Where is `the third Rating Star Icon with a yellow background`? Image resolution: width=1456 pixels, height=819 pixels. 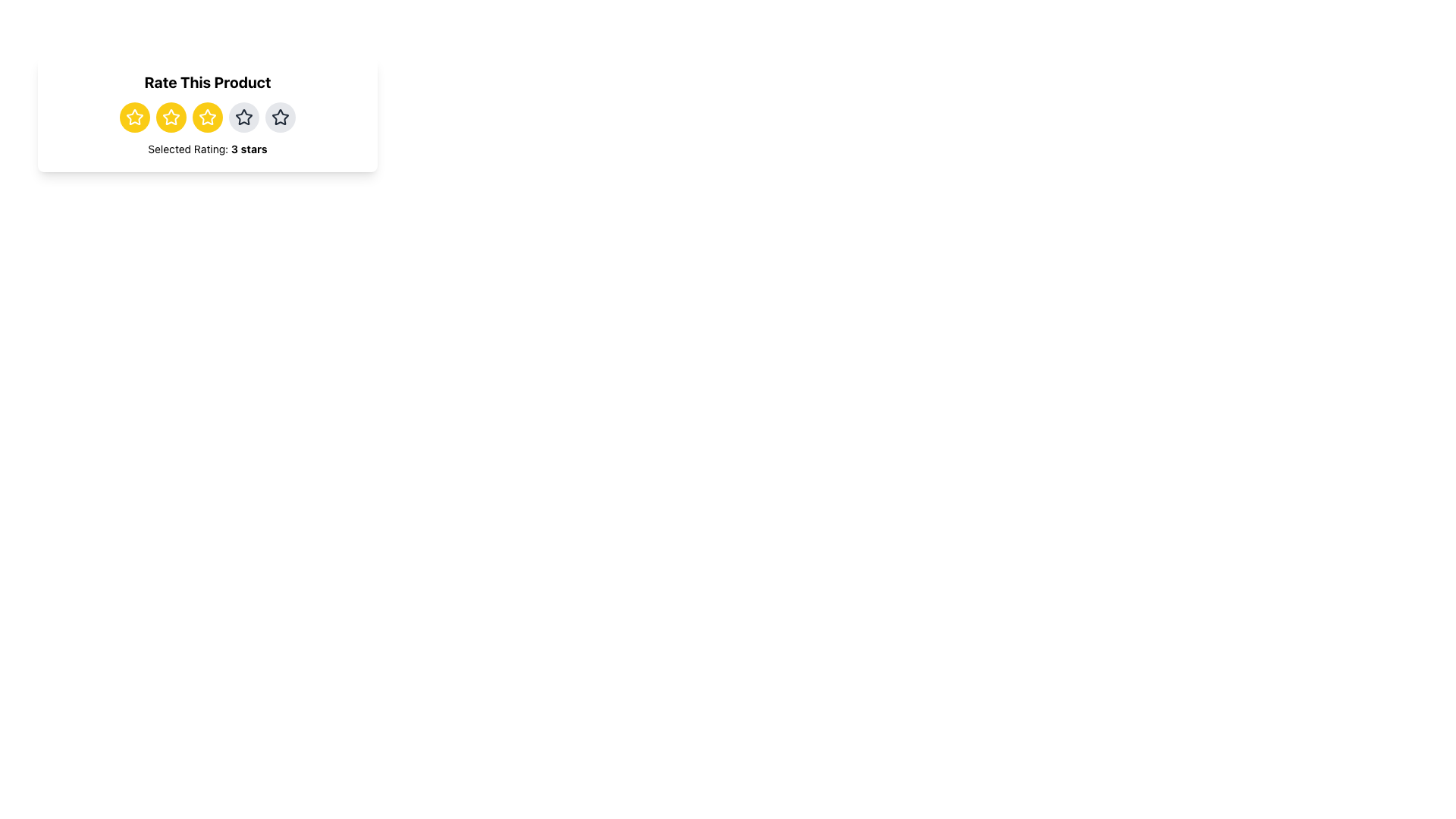 the third Rating Star Icon with a yellow background is located at coordinates (206, 116).